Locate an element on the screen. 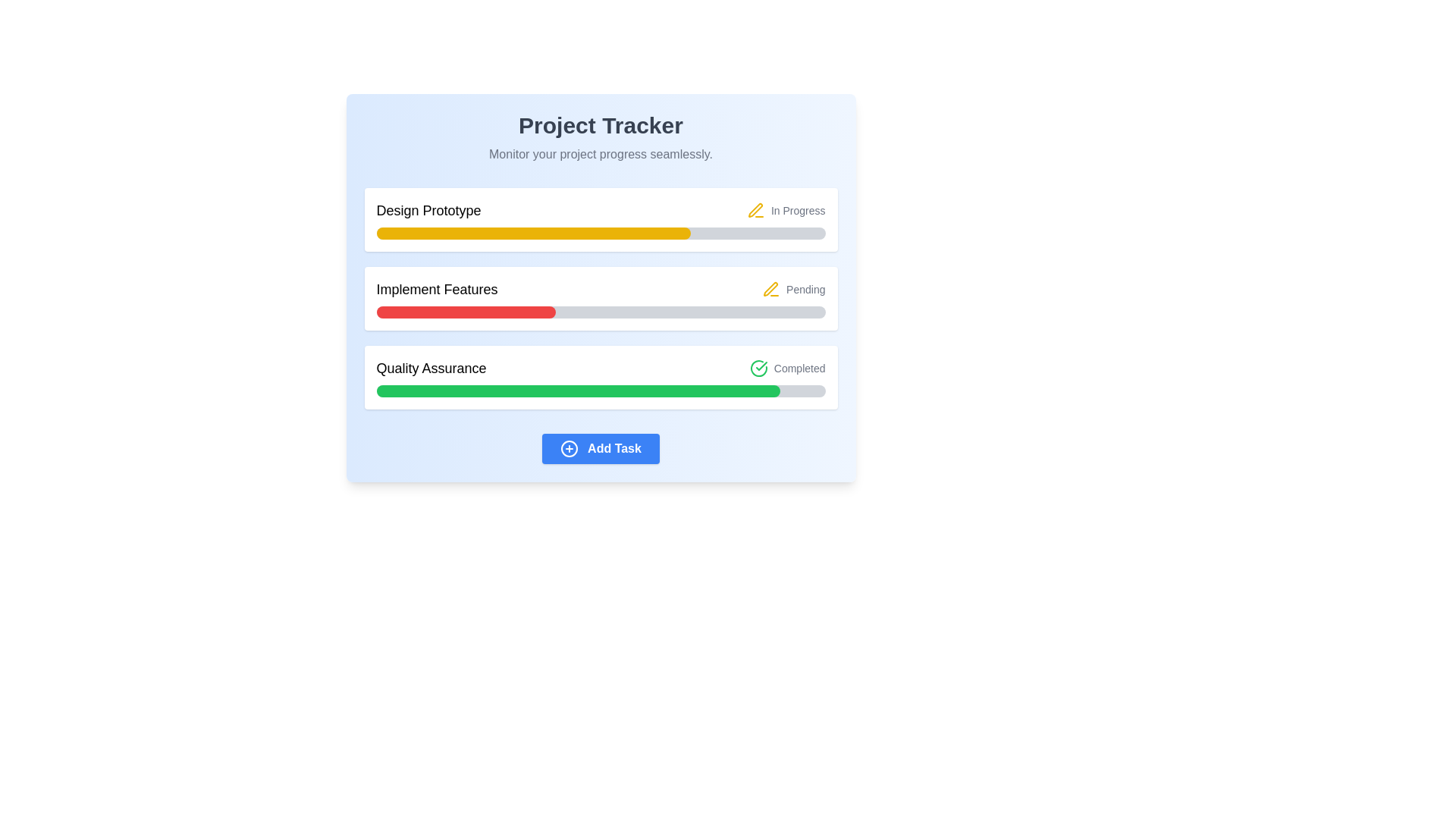  the icon representing the completion of the 'Quality Assurance' task, located adjacent to the text labeled 'Completed' in the 'Quality Assurance' section is located at coordinates (761, 366).